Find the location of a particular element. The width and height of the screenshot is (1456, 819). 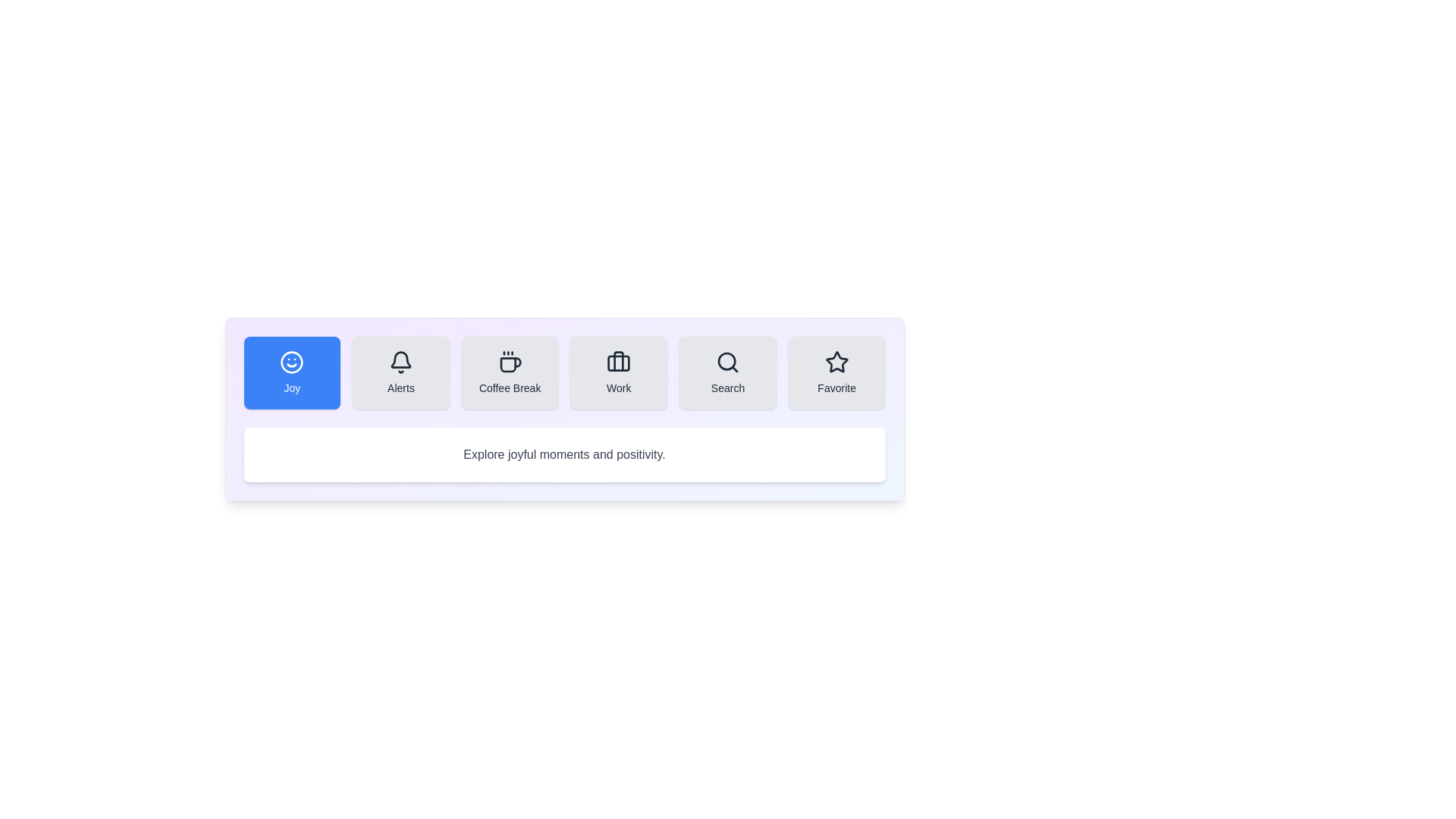

the tab labeled Favorite to observe the hover effect is located at coordinates (836, 373).